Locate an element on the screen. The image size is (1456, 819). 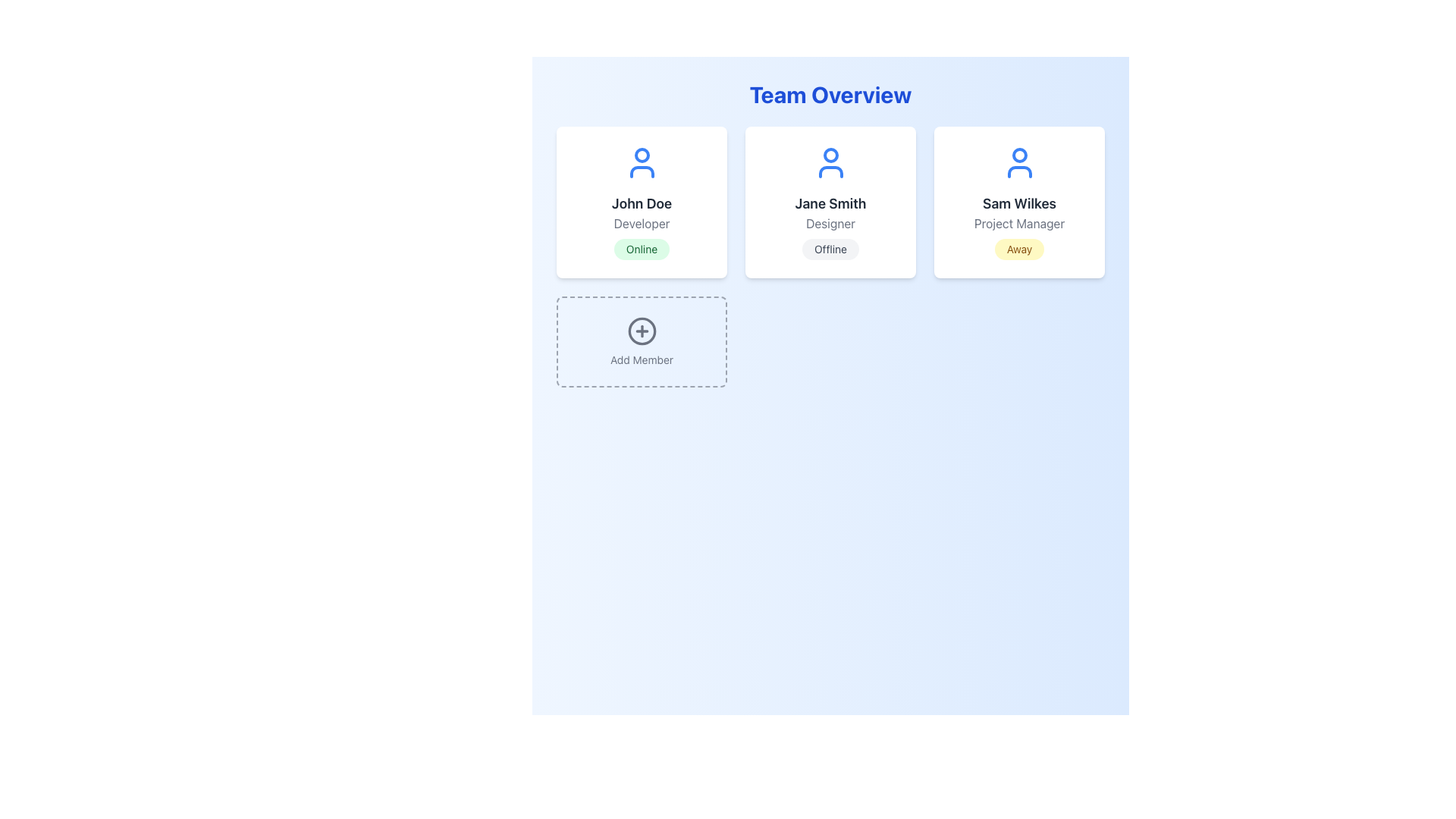
the user profile overview card displaying the individual's name, role, and current status, which is the third card in the row from left to right in the grid layout is located at coordinates (1019, 201).